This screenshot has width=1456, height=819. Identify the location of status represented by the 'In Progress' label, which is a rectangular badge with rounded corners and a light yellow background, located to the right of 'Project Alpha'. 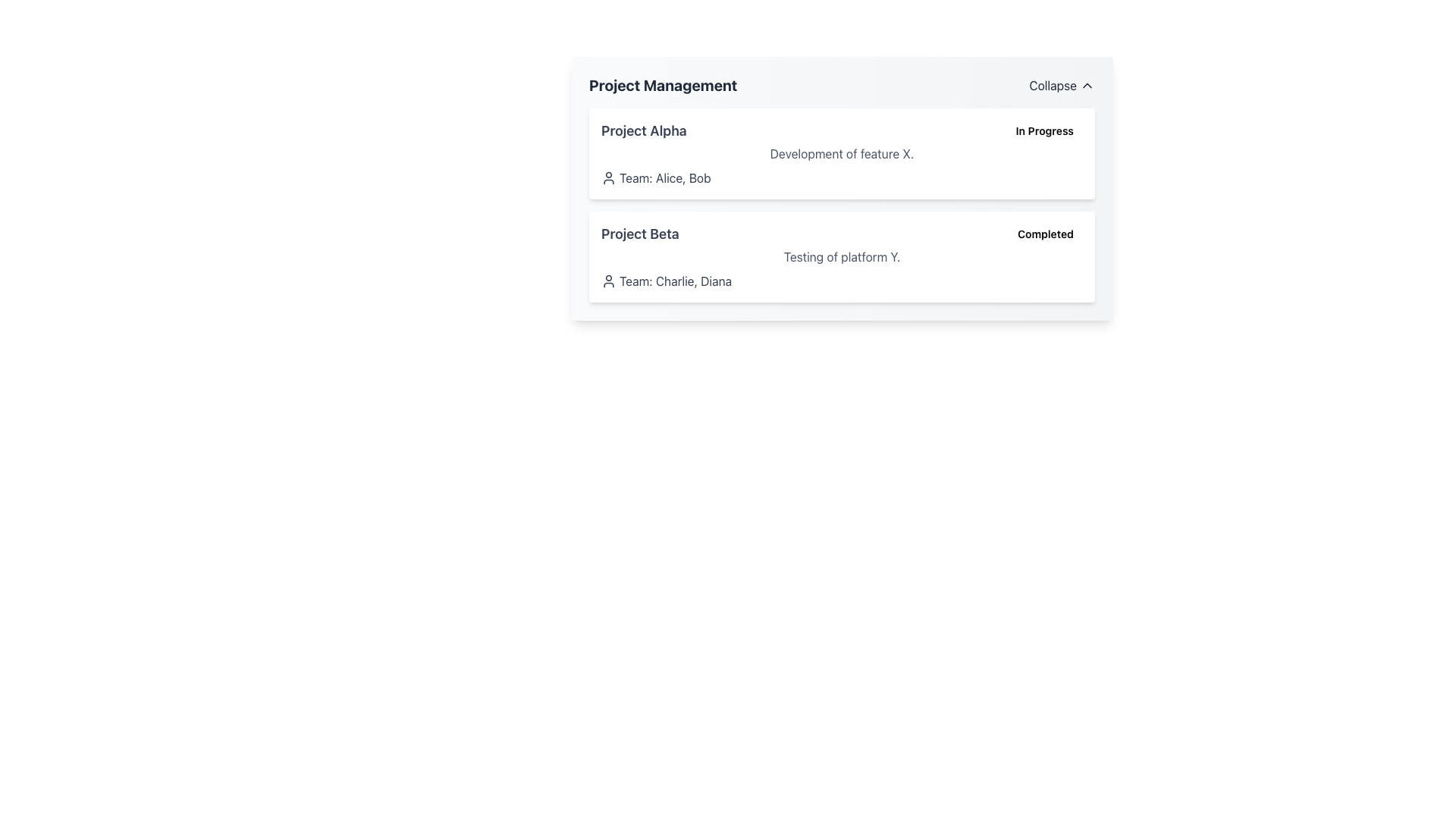
(1043, 130).